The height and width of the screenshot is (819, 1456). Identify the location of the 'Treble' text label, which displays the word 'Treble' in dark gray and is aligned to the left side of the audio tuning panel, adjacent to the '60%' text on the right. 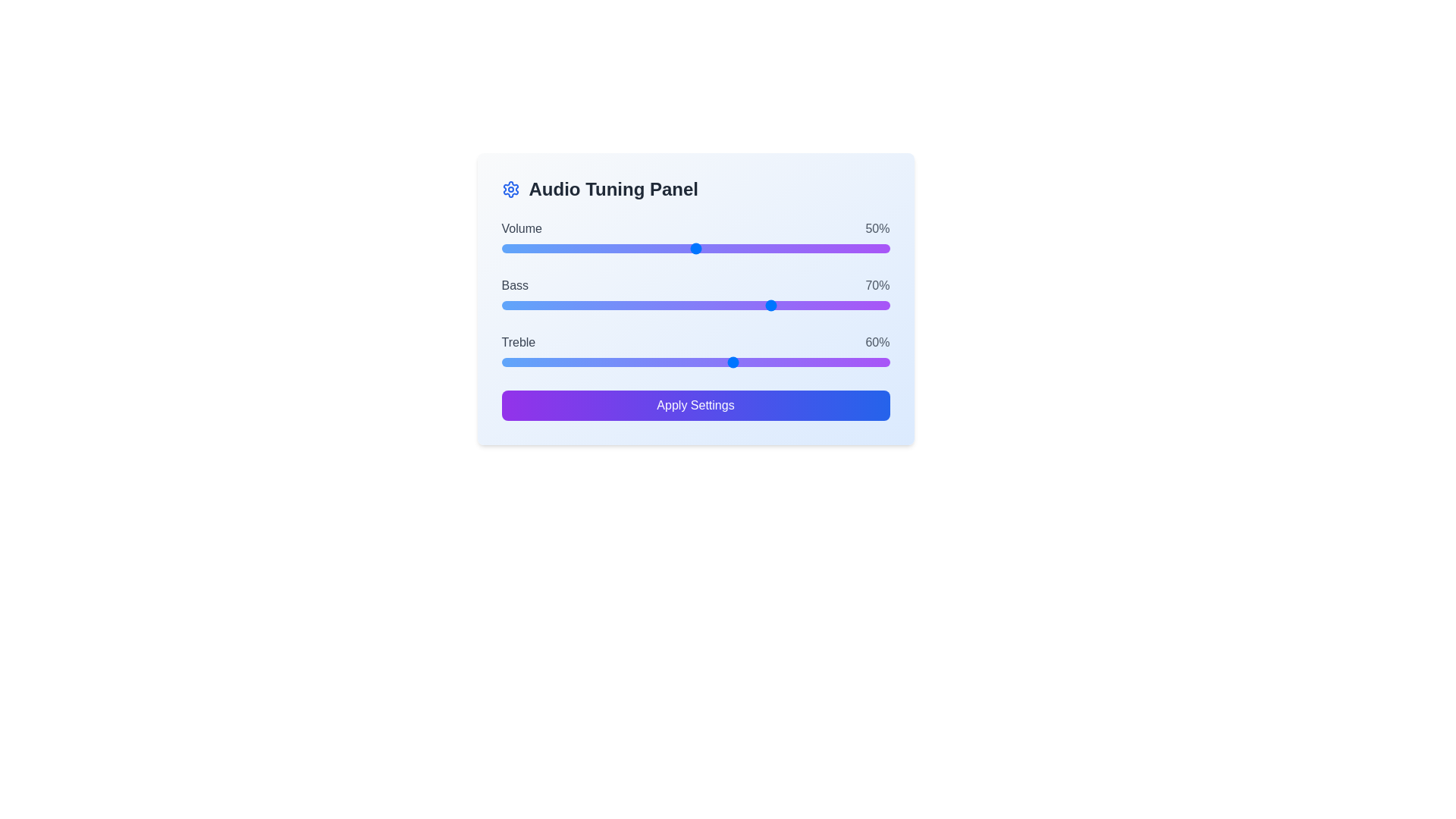
(518, 342).